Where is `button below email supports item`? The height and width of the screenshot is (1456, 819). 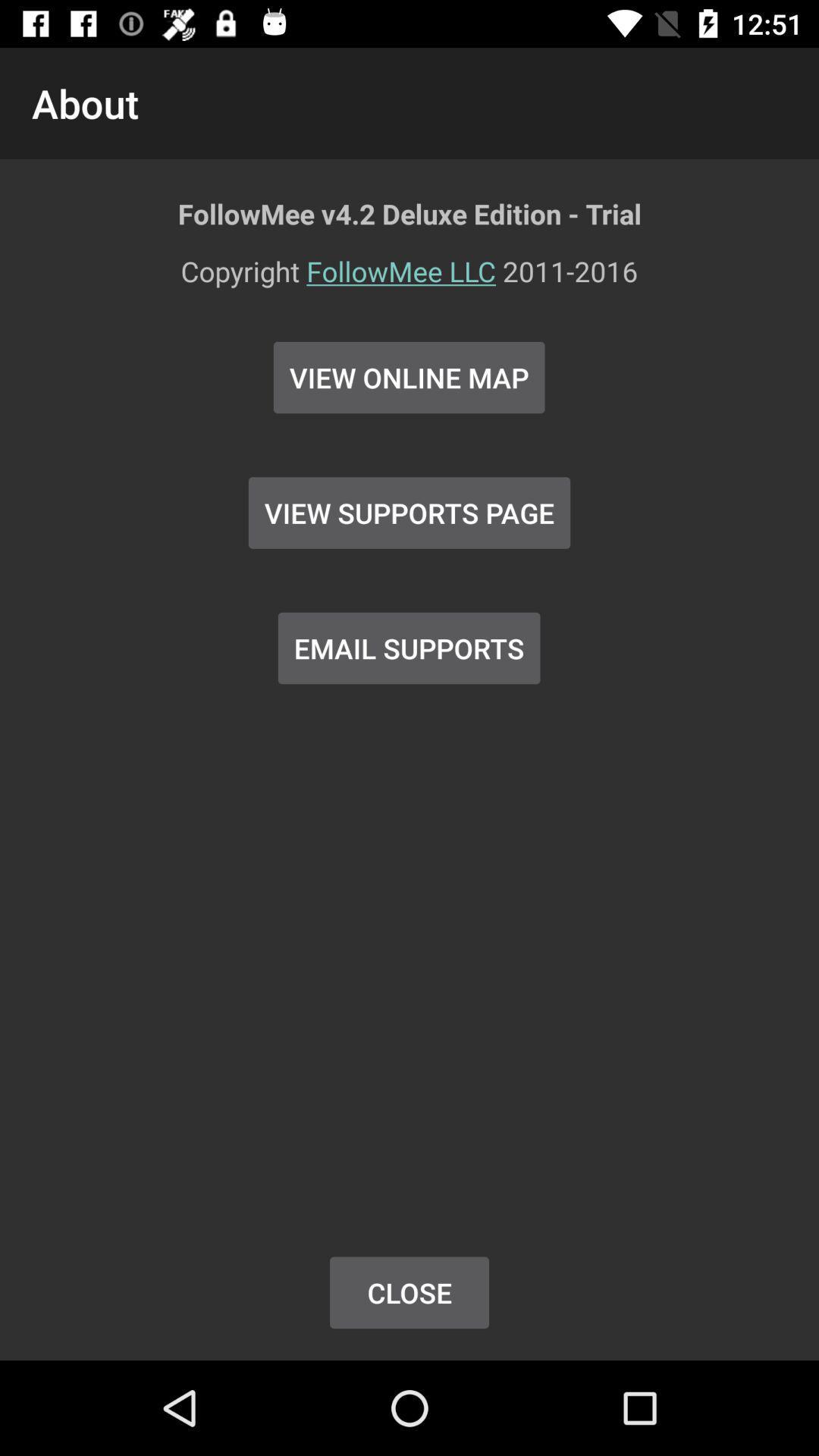
button below email supports item is located at coordinates (409, 1291).